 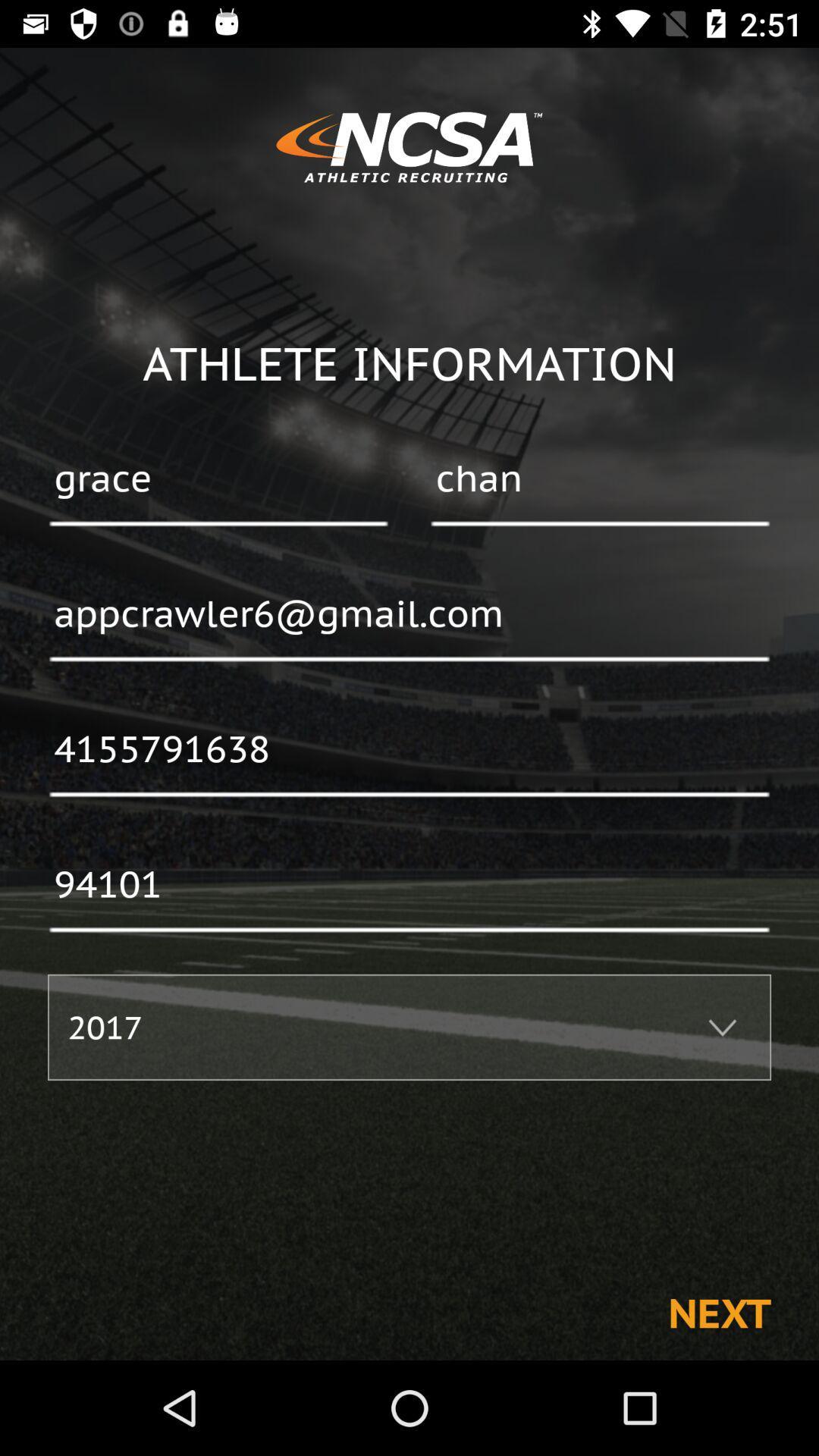 What do you see at coordinates (218, 479) in the screenshot?
I see `item to the left of the chan` at bounding box center [218, 479].